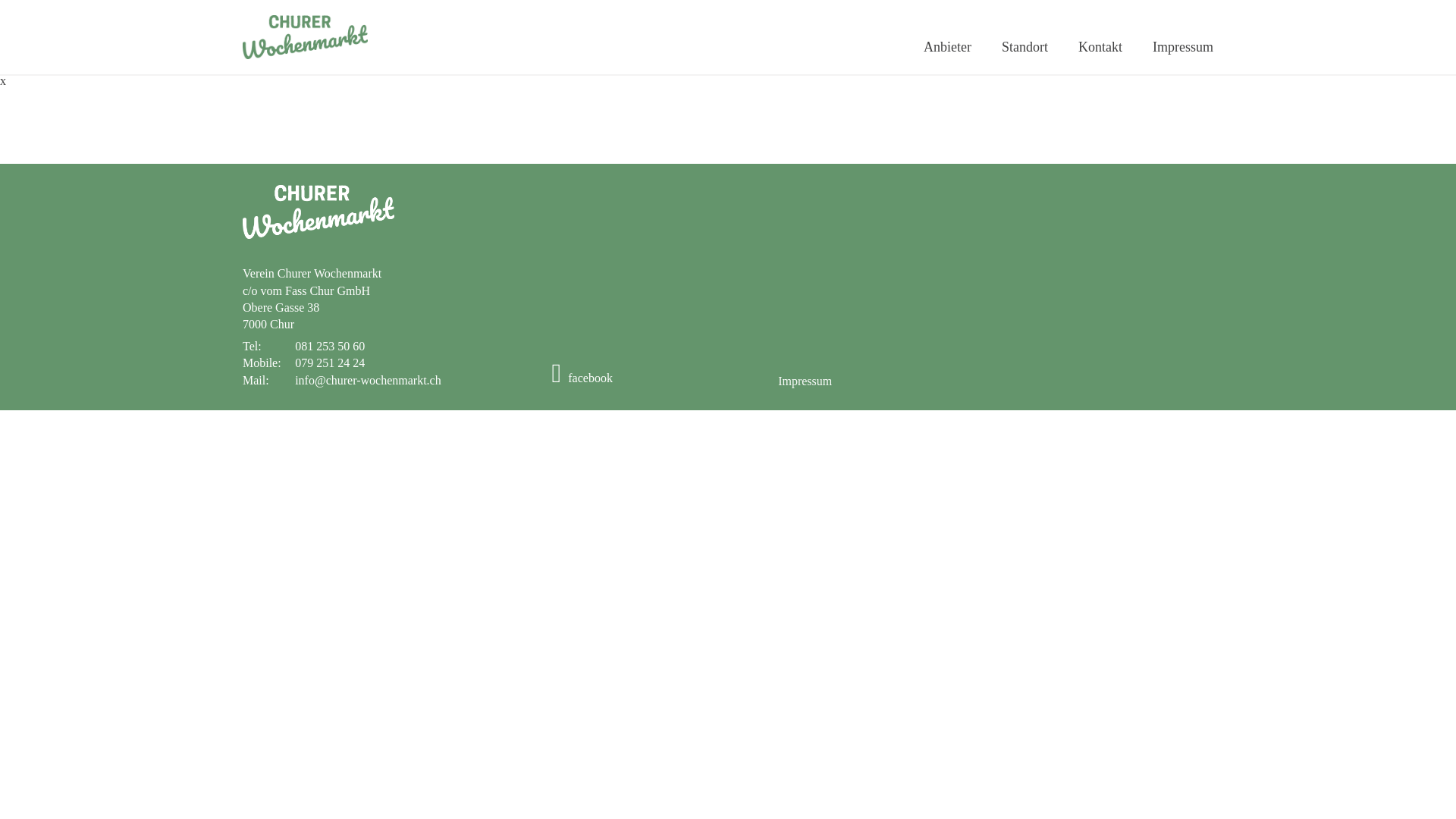 This screenshot has height=819, width=1456. What do you see at coordinates (946, 46) in the screenshot?
I see `'Anbieter'` at bounding box center [946, 46].